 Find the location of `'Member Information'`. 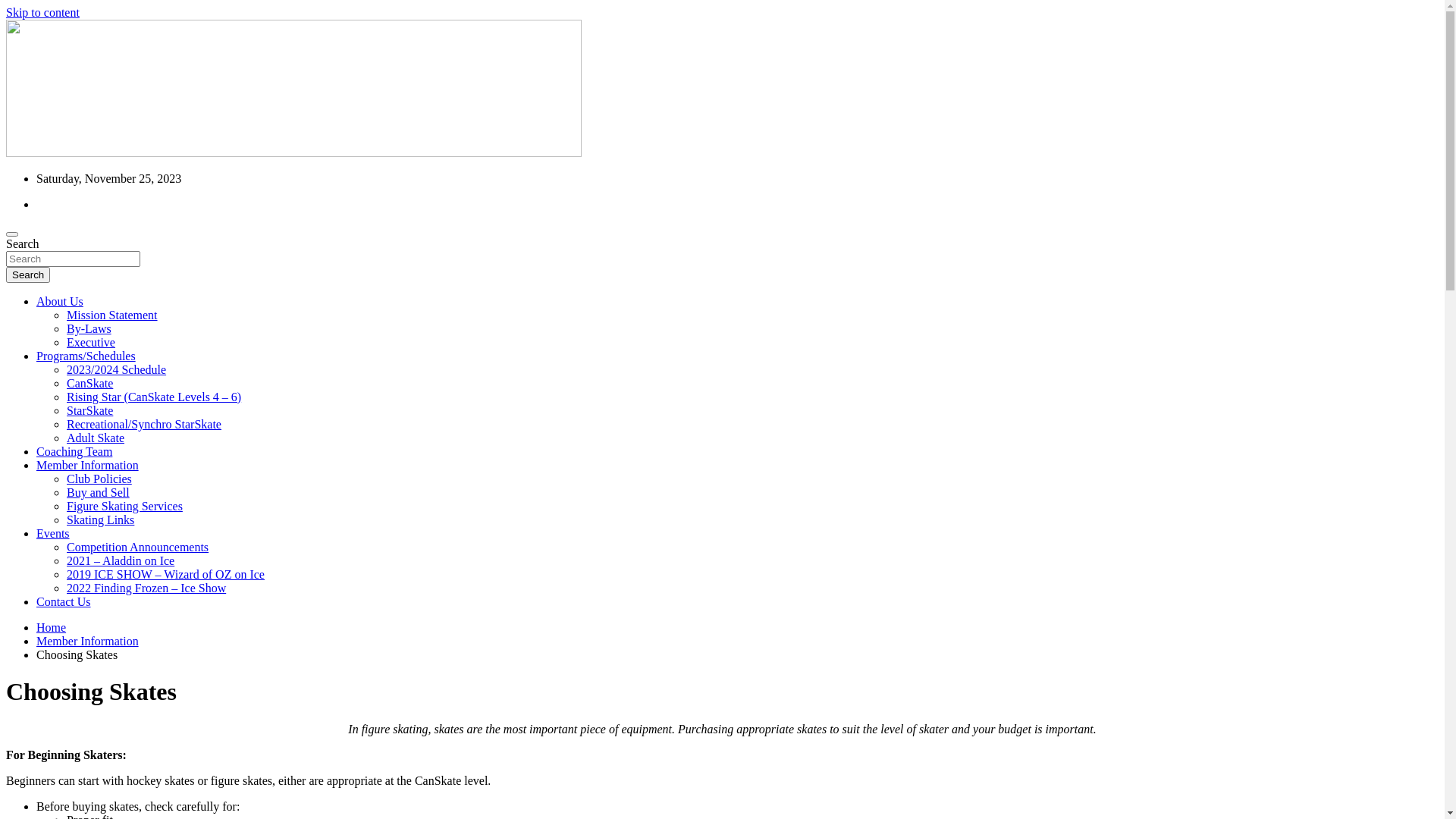

'Member Information' is located at coordinates (86, 641).